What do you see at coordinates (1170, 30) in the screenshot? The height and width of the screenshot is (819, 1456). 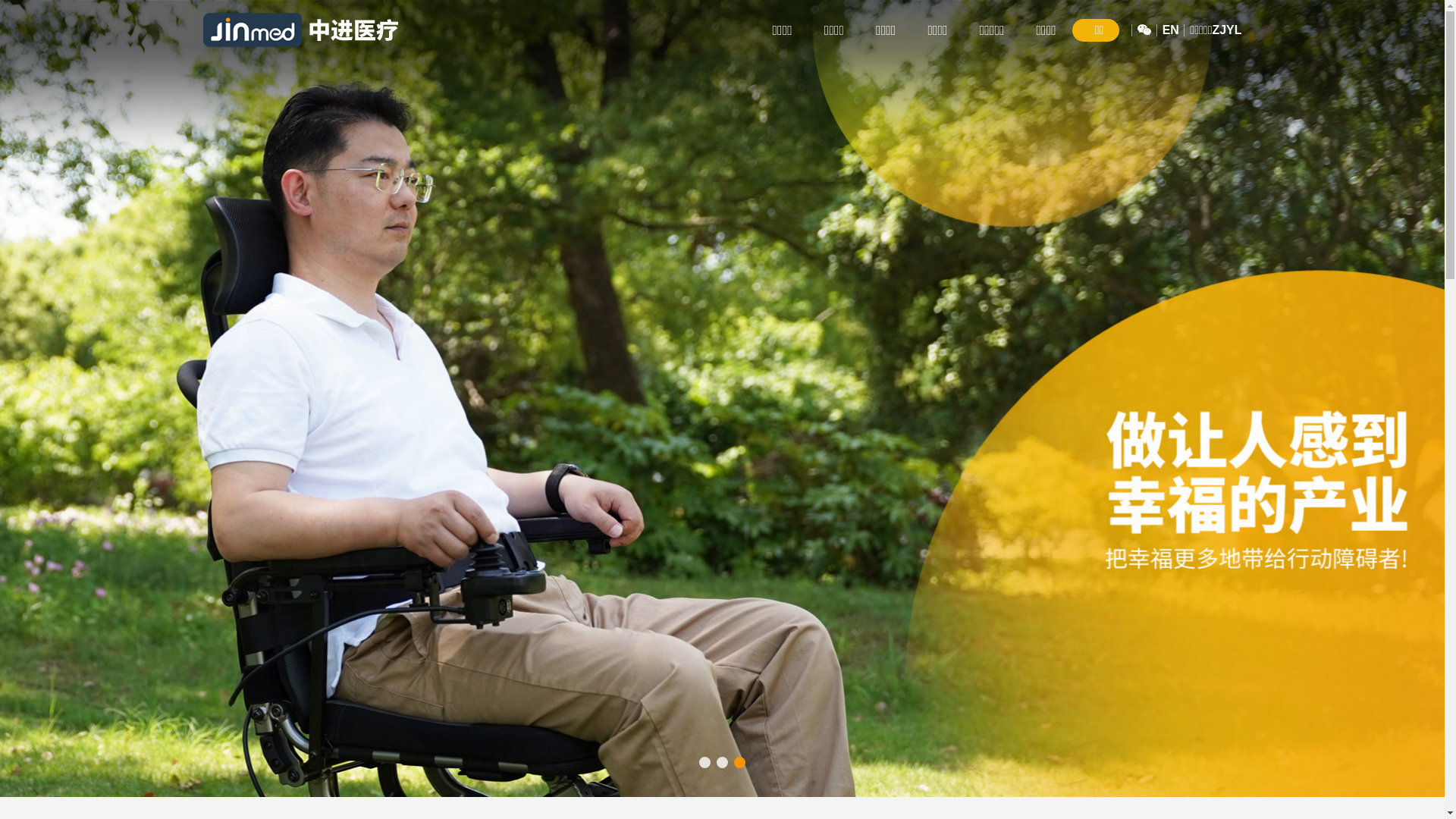 I see `'EN'` at bounding box center [1170, 30].